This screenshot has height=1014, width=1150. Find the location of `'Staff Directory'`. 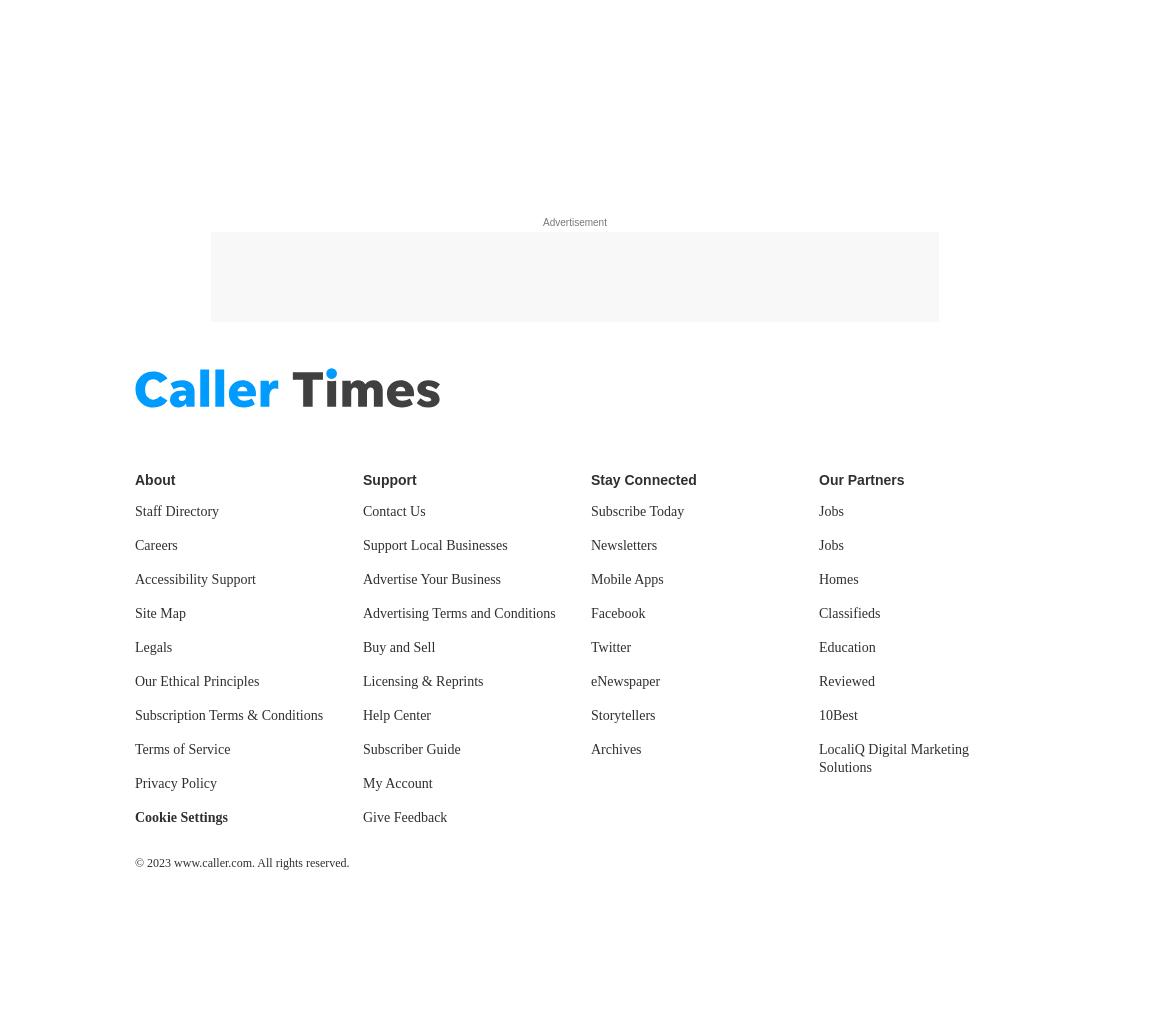

'Staff Directory' is located at coordinates (175, 510).